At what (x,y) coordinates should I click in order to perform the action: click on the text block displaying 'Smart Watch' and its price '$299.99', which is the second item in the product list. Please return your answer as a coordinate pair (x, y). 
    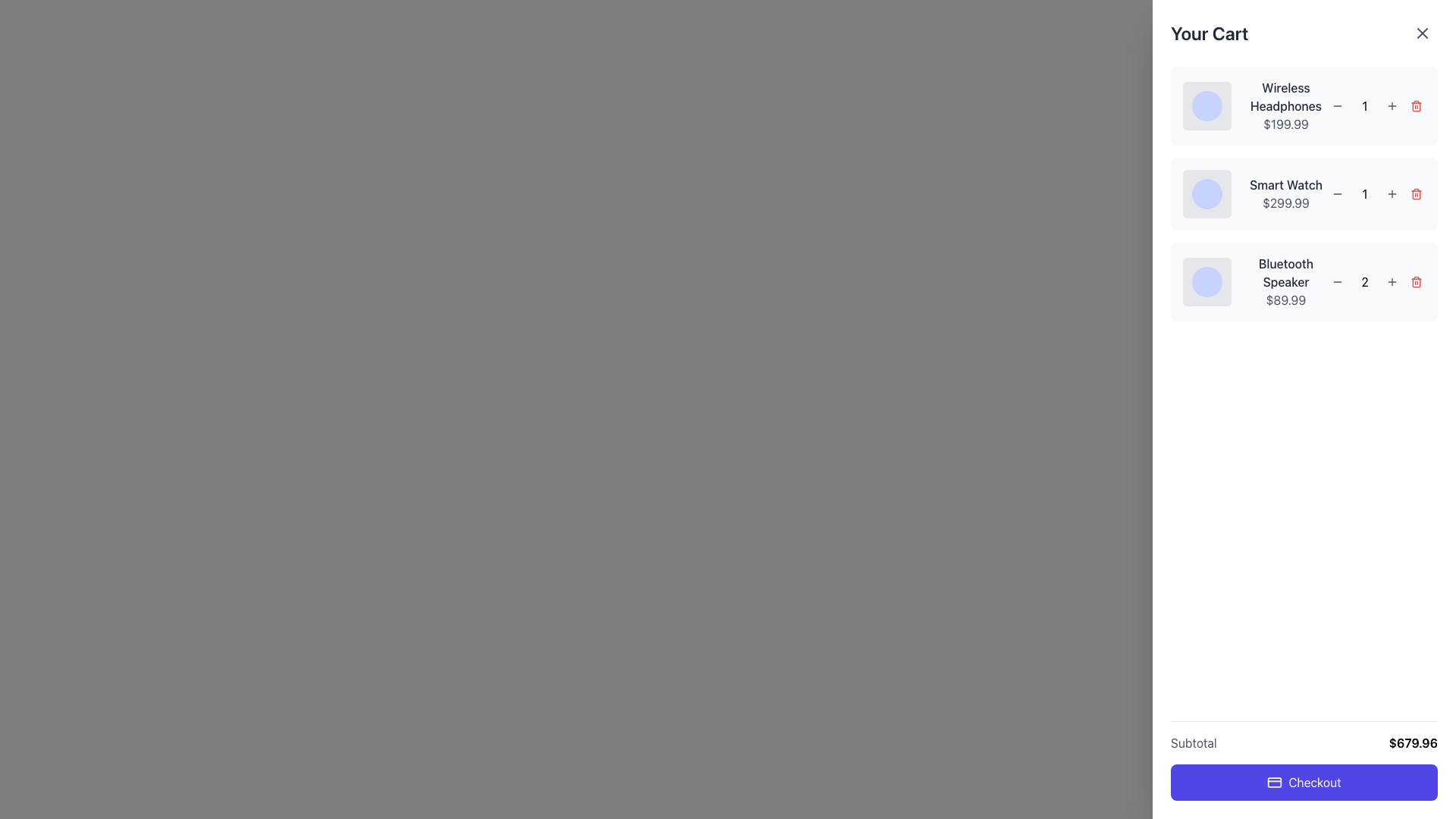
    Looking at the image, I should click on (1285, 193).